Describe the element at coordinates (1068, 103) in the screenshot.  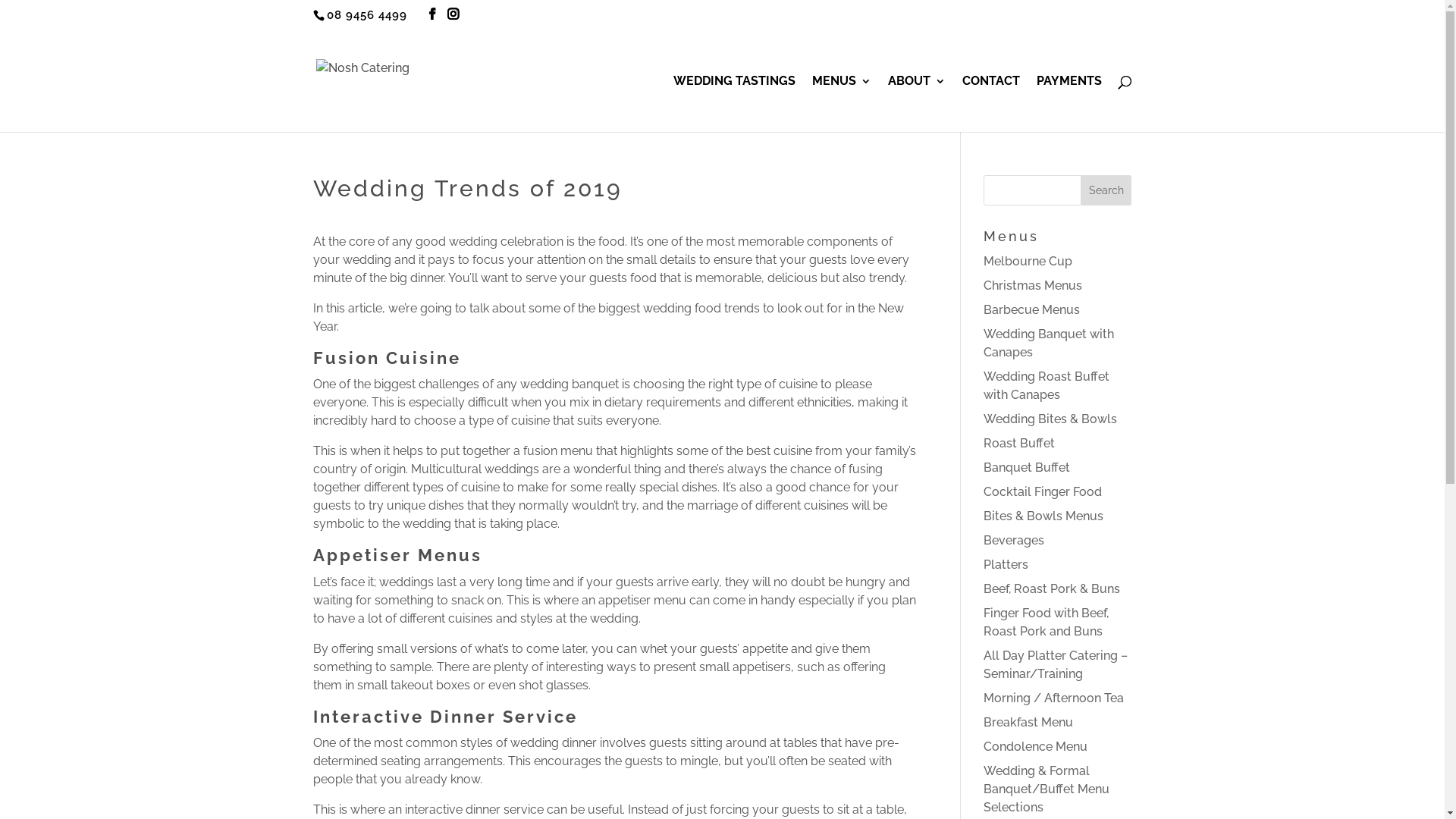
I see `'PAYMENTS'` at that location.